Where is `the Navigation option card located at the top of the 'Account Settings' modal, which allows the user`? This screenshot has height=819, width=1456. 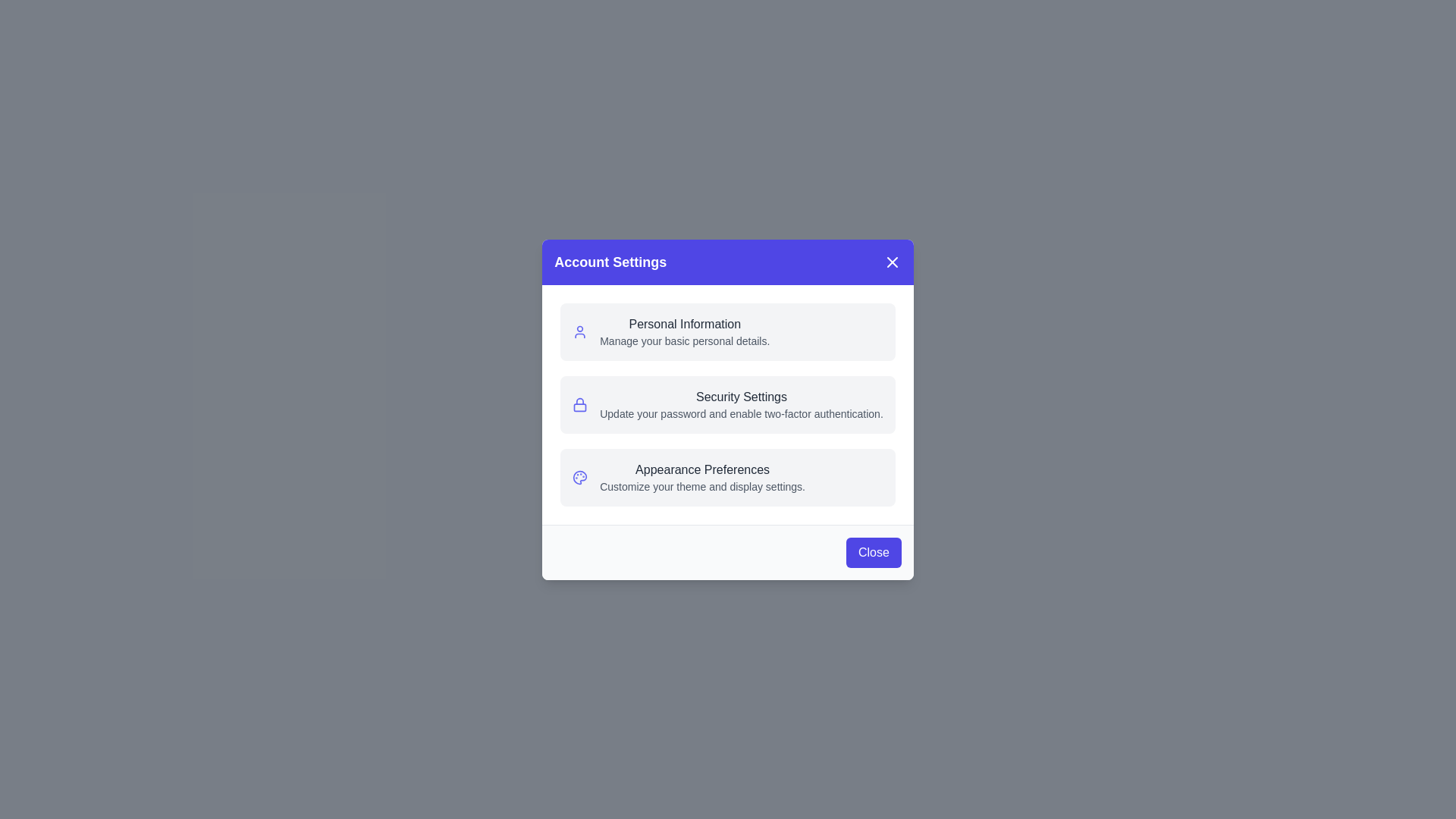
the Navigation option card located at the top of the 'Account Settings' modal, which allows the user is located at coordinates (728, 331).